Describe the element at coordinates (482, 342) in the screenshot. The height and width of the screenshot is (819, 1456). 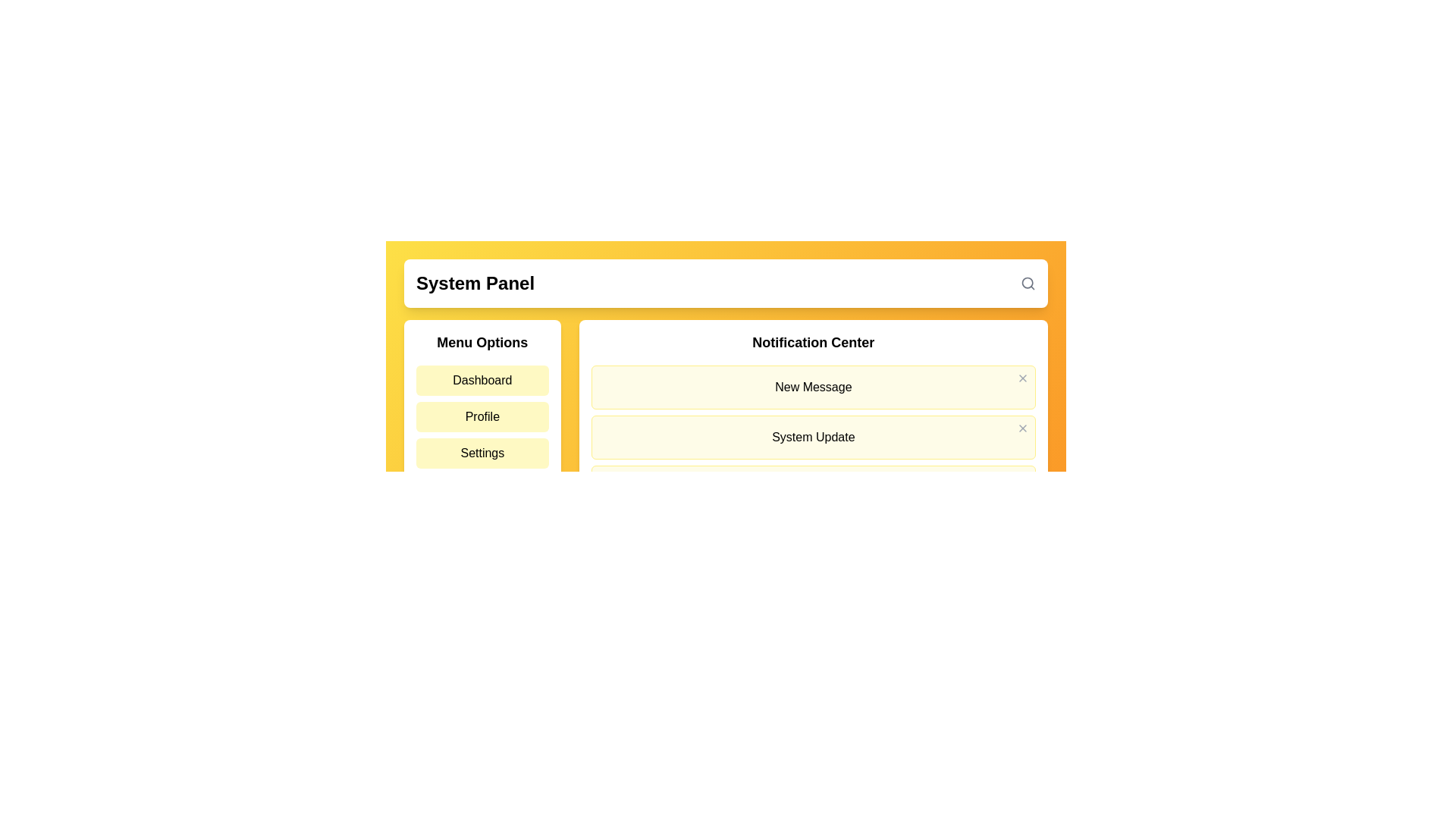
I see `the 'Menu Options' static text label, which is bold and located at the top of the left panel above the 'Dashboard', 'Profile', and 'Settings' options` at that location.